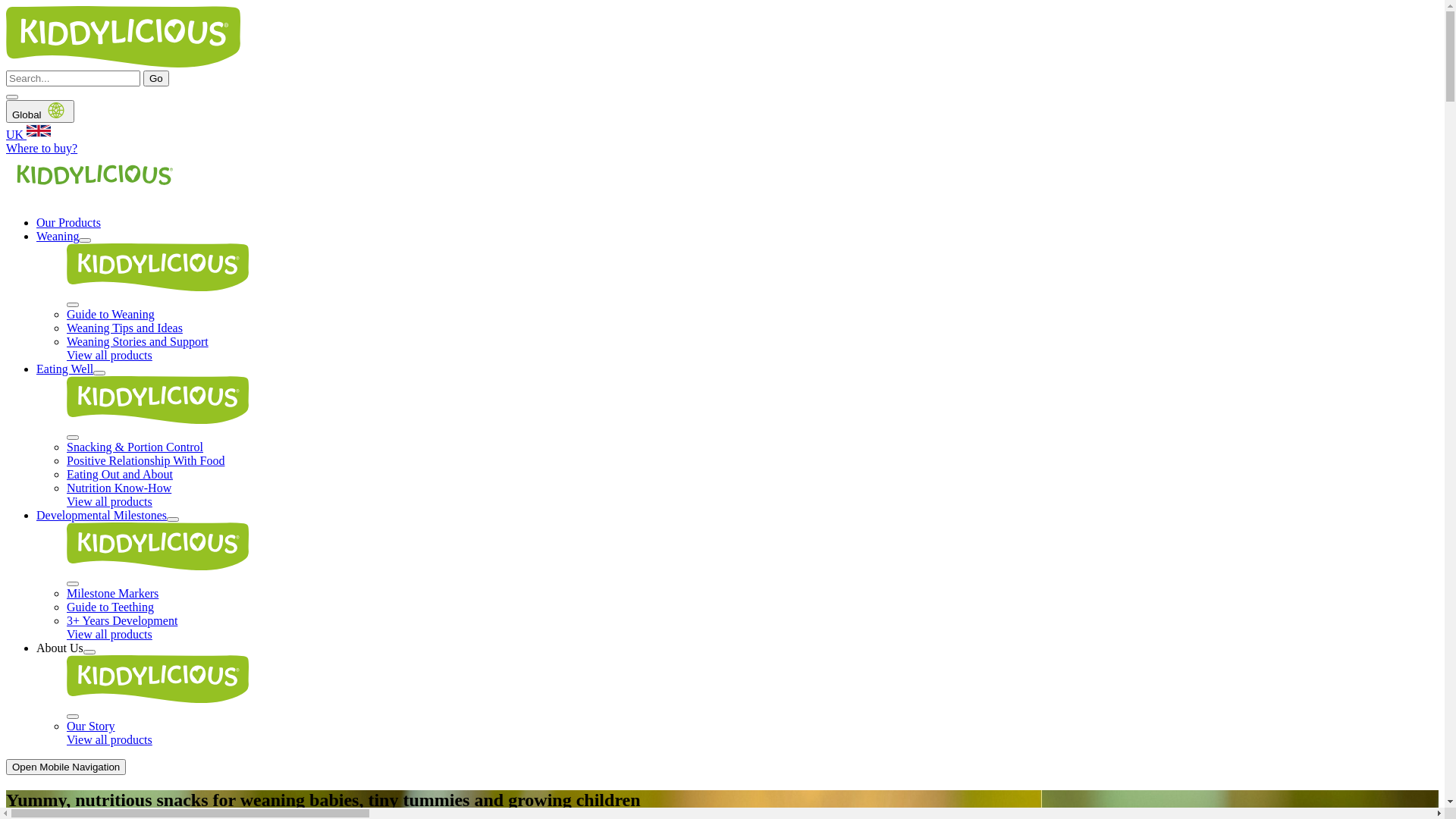 This screenshot has height=819, width=1456. I want to click on 'View all products', so click(108, 501).